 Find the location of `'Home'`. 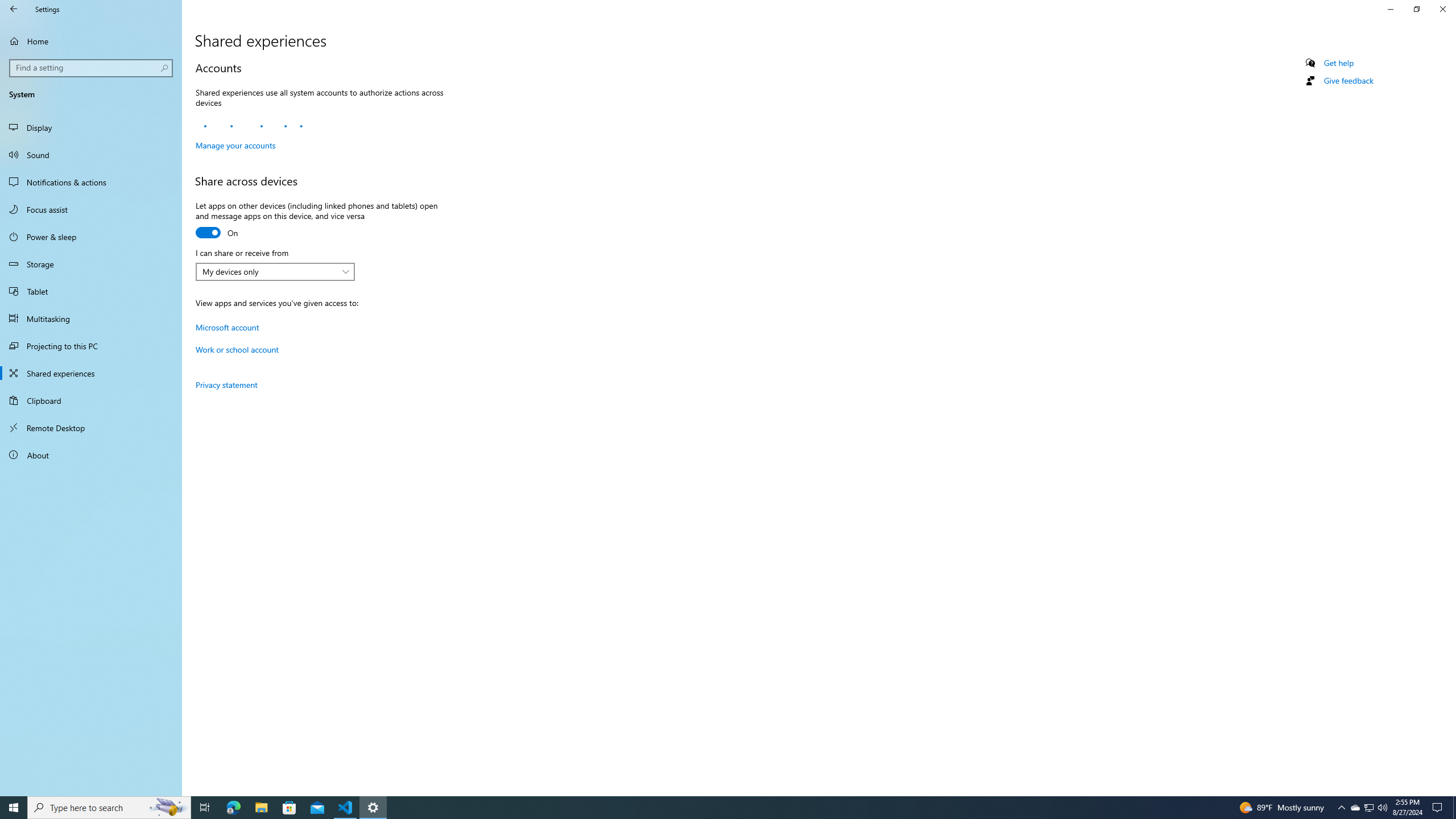

'Home' is located at coordinates (90, 41).